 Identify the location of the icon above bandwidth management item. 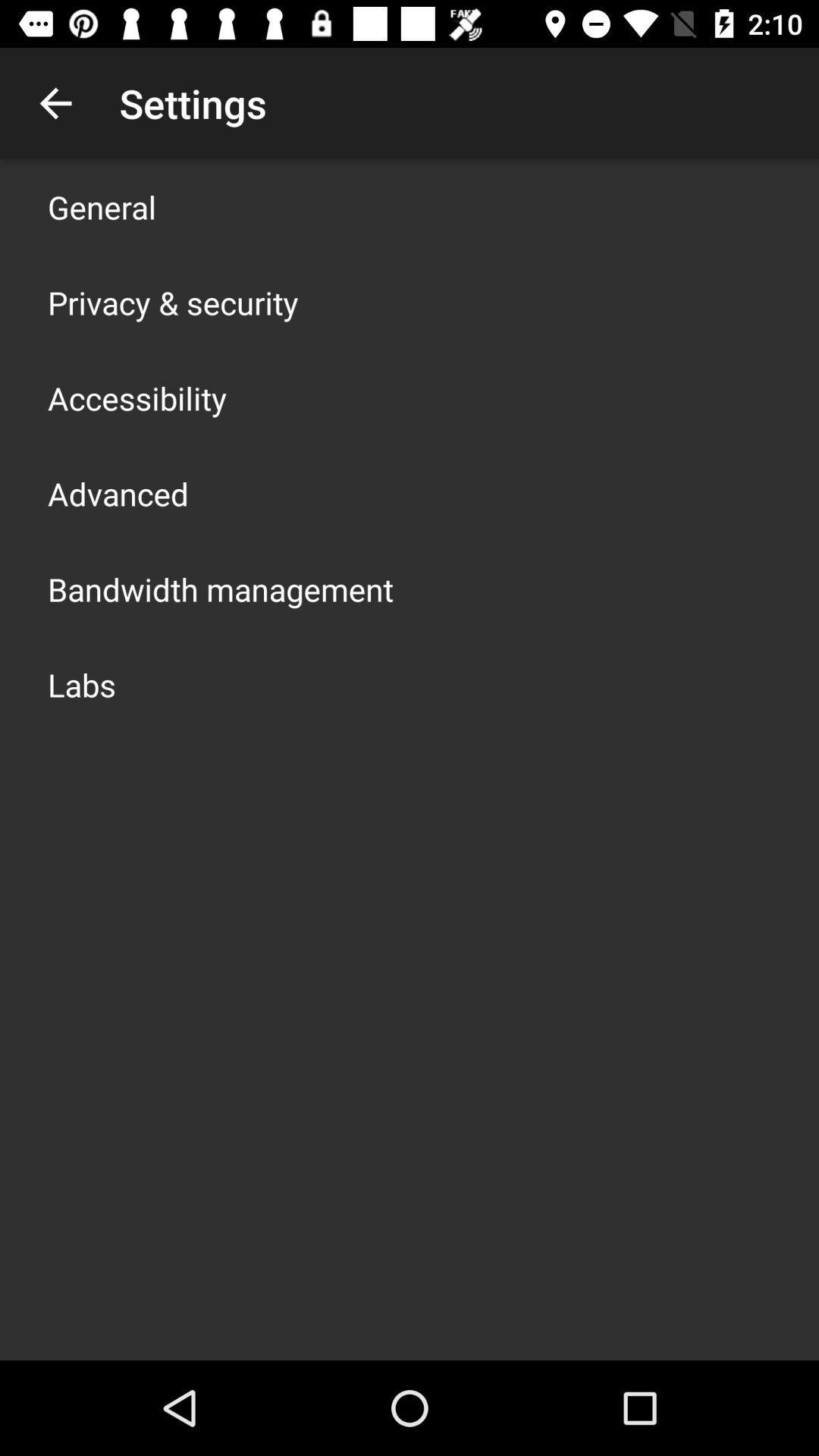
(117, 494).